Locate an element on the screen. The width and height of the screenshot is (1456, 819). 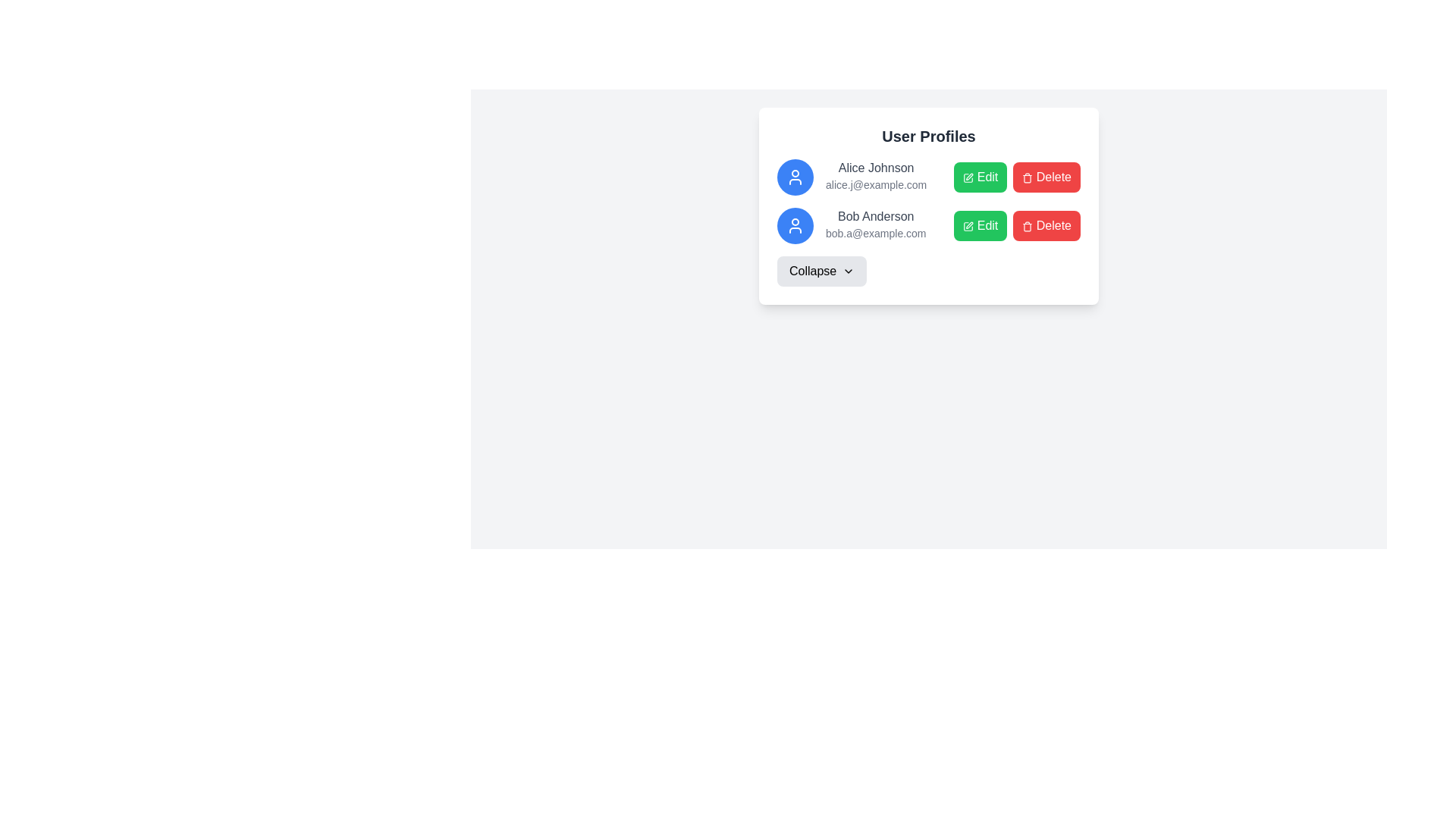
the text label displaying the user 'Bob Anderson' located in the 'User Profiles' section is located at coordinates (876, 225).